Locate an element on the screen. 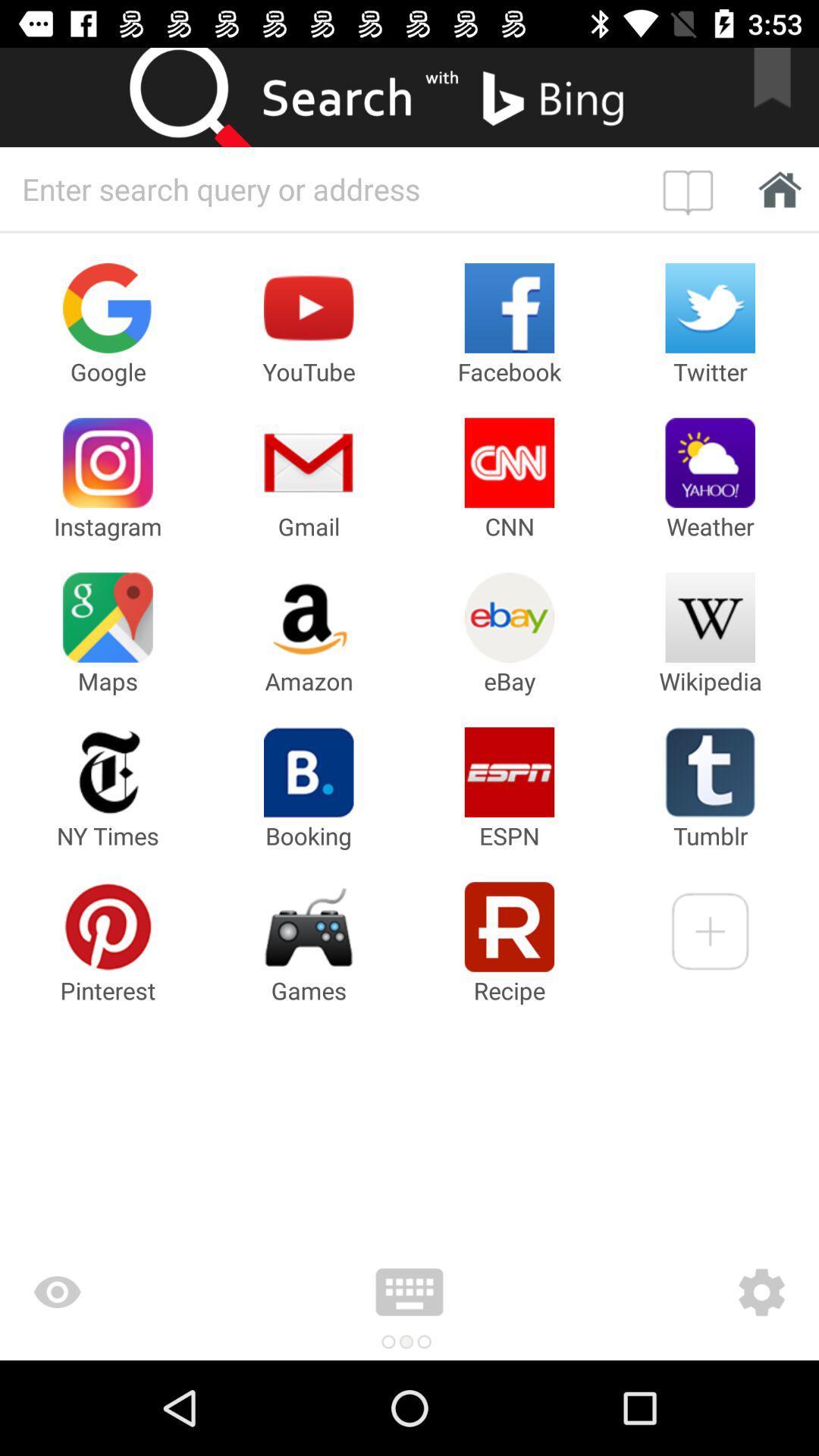 This screenshot has width=819, height=1456. bookmark is located at coordinates (782, 96).